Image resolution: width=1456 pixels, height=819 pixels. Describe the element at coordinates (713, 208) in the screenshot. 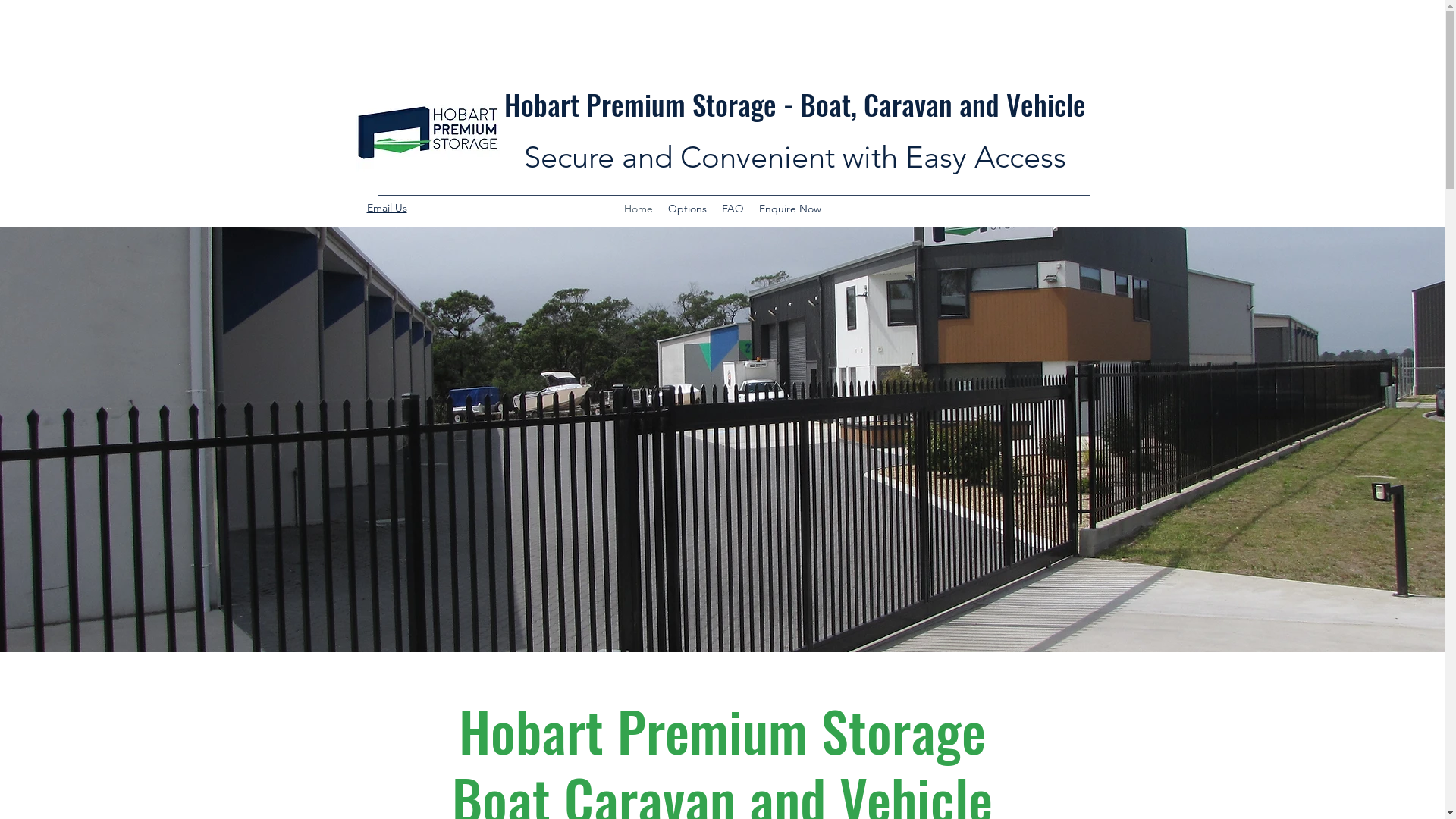

I see `'FAQ'` at that location.